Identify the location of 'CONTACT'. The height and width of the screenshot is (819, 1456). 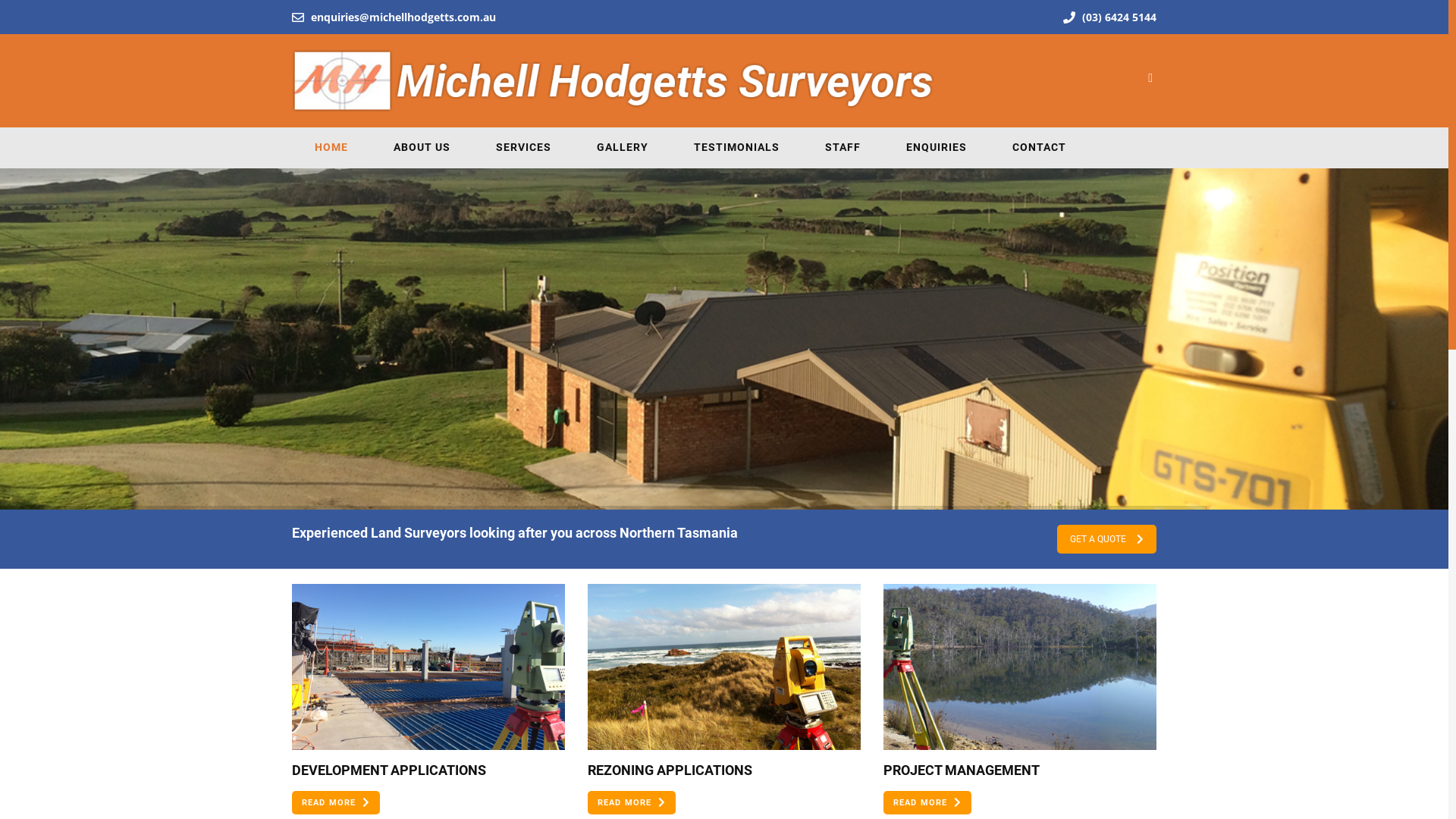
(1038, 147).